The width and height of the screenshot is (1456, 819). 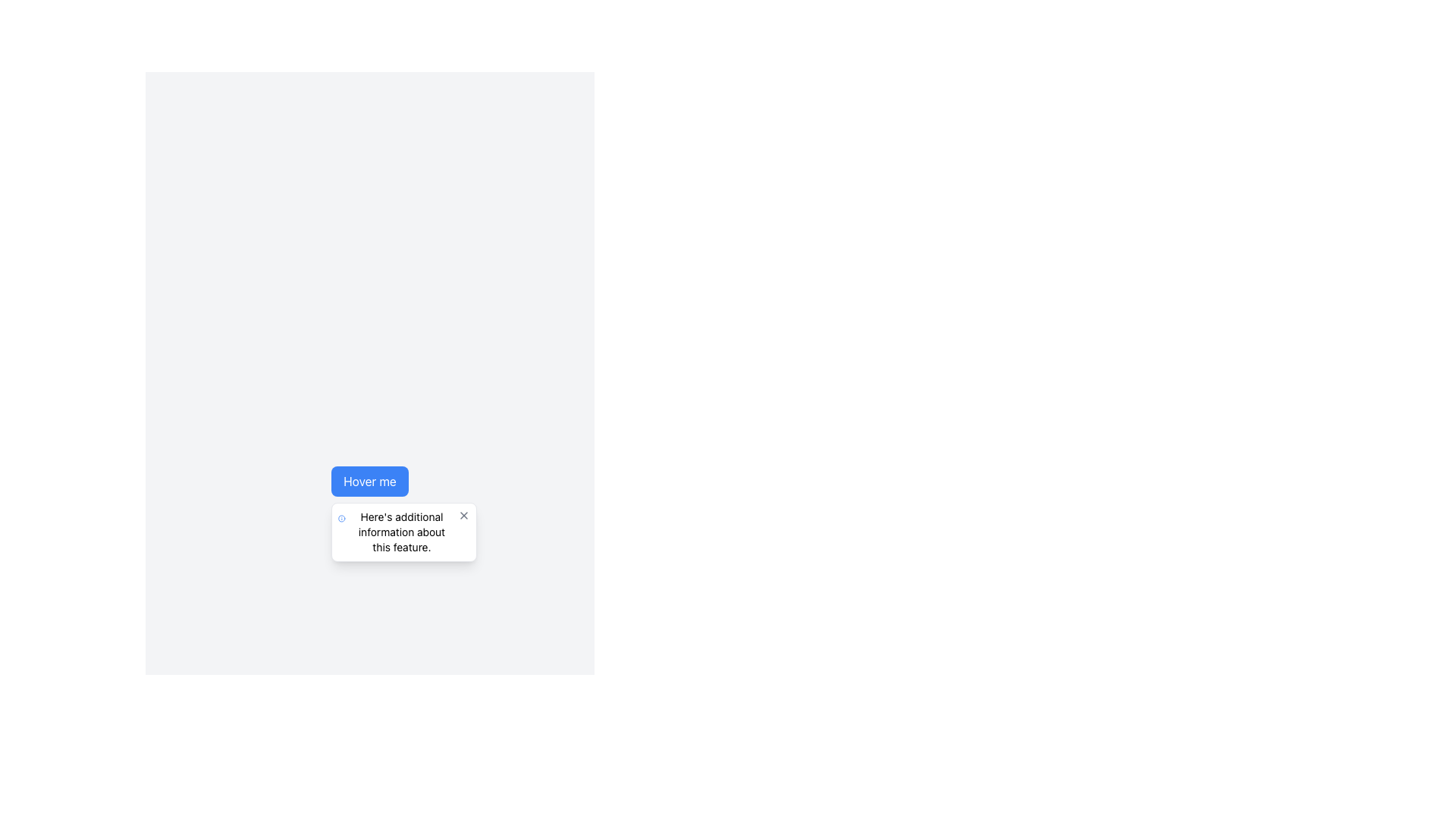 I want to click on information presented in the tooltip located directly below the 'Hover me' button, which serves as an informational message box, so click(x=404, y=532).